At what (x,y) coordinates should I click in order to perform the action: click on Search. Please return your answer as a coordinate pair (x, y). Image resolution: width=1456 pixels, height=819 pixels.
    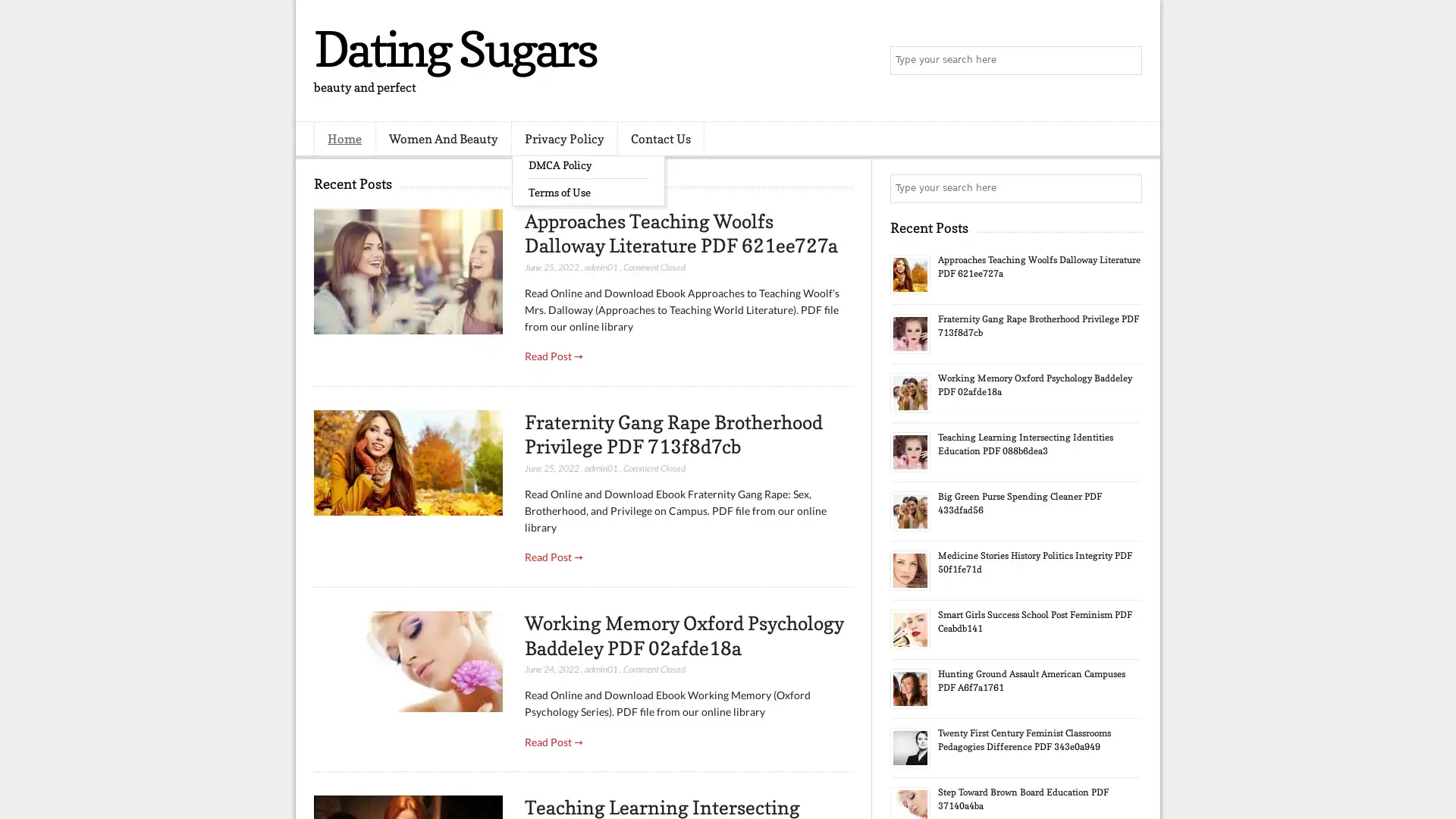
    Looking at the image, I should click on (1126, 188).